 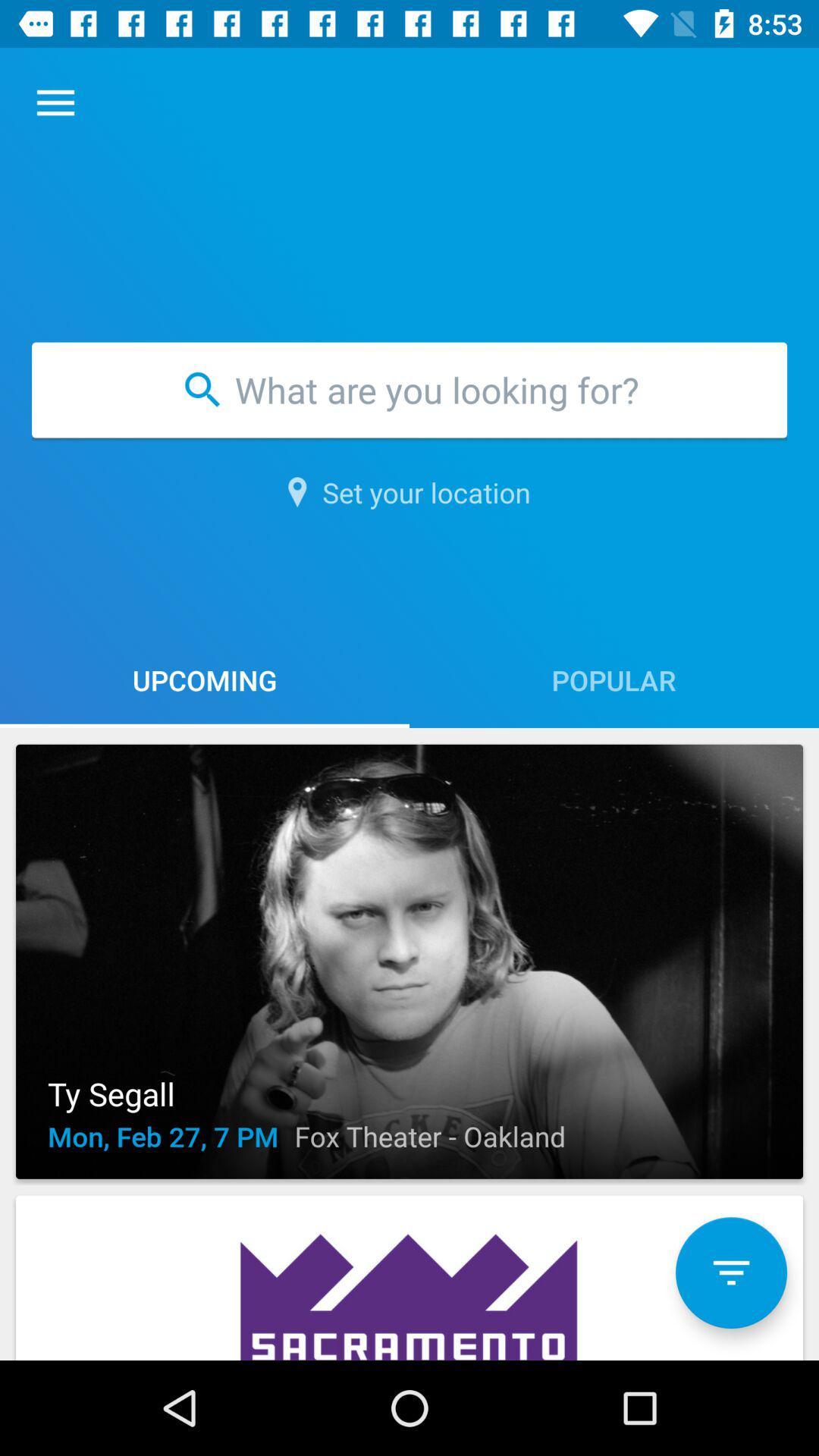 I want to click on the filter_list icon, so click(x=730, y=1272).